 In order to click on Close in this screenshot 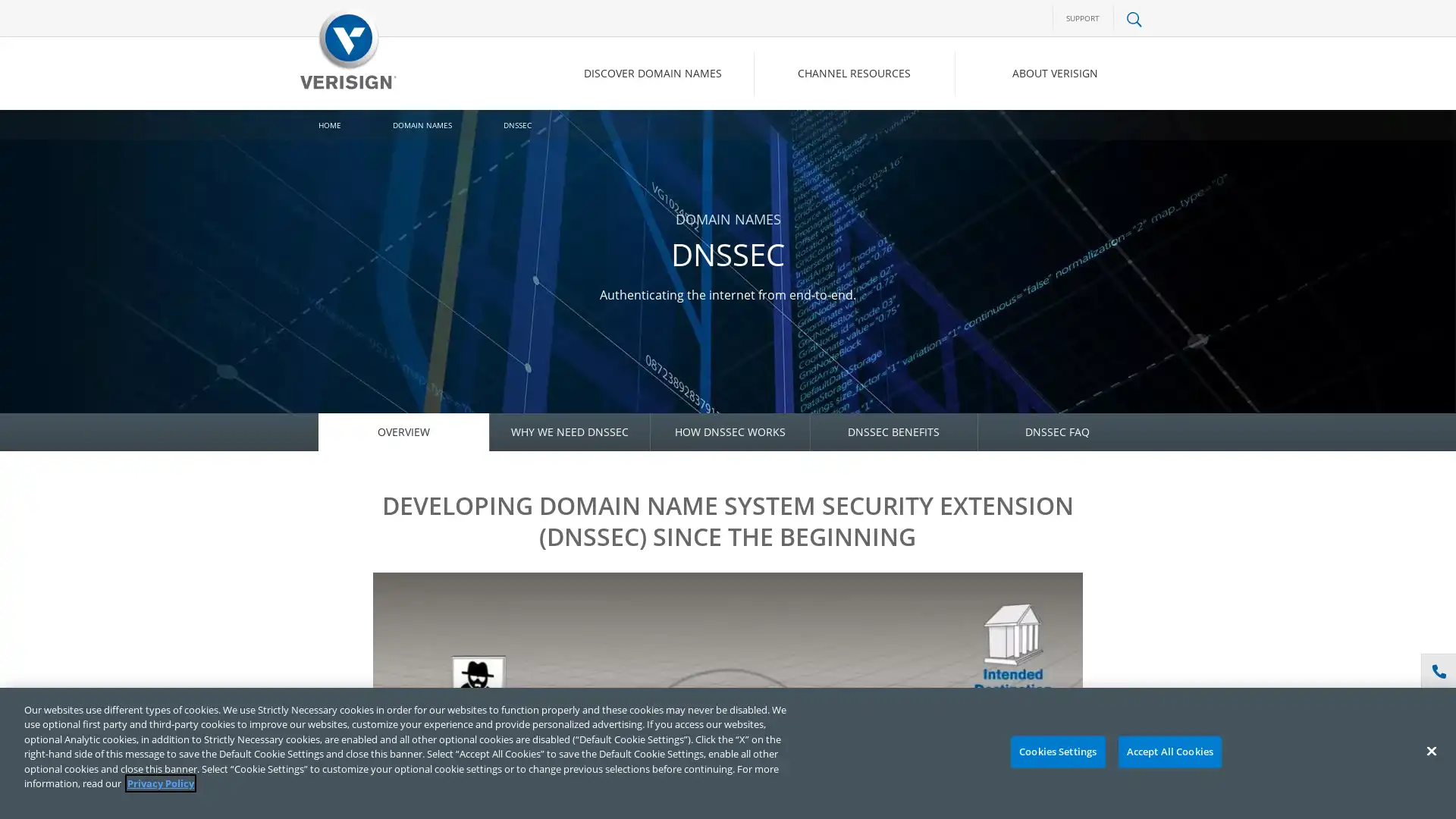, I will do `click(1430, 751)`.